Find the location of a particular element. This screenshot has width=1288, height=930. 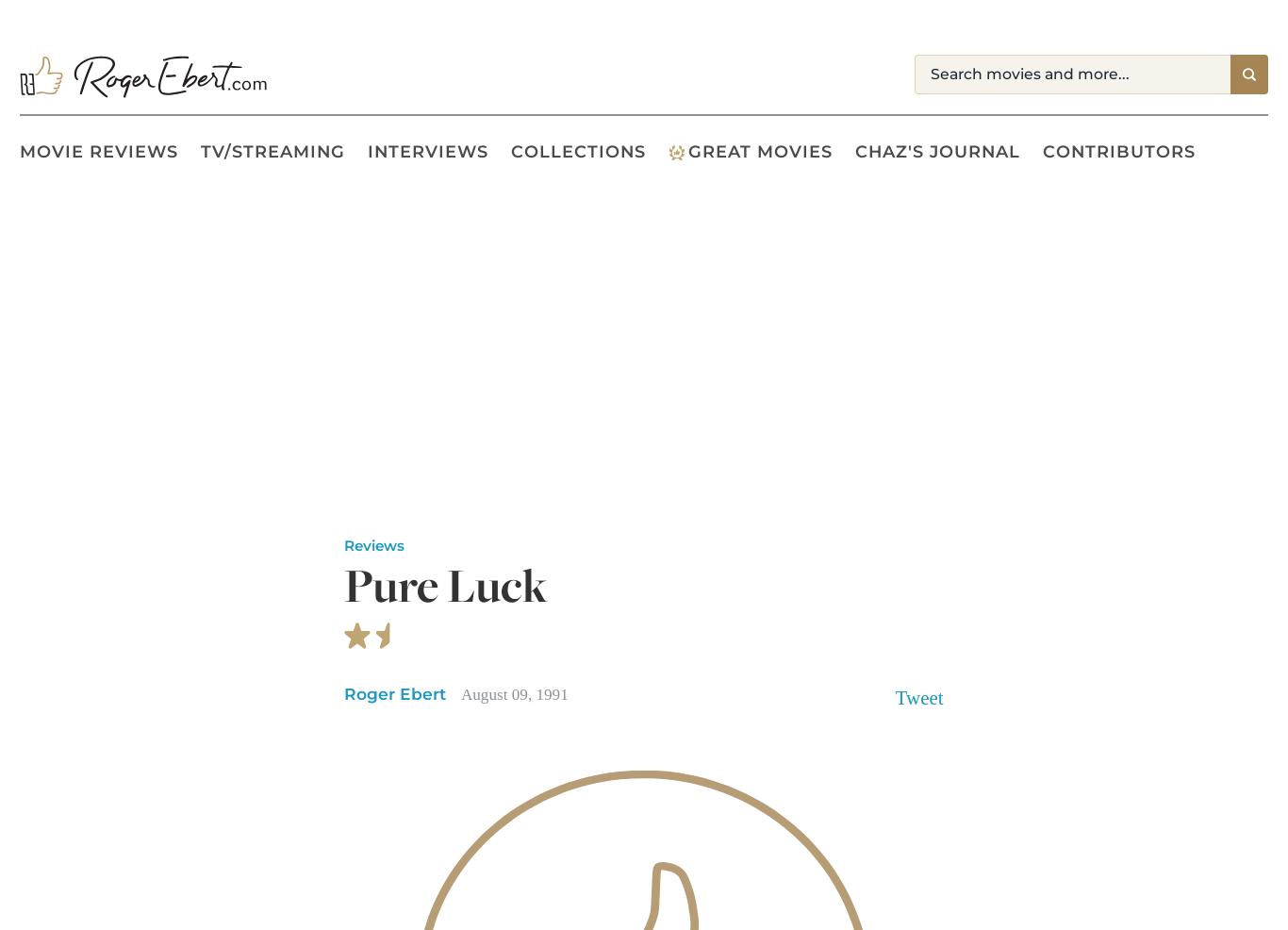

'Pure Luck' is located at coordinates (446, 585).